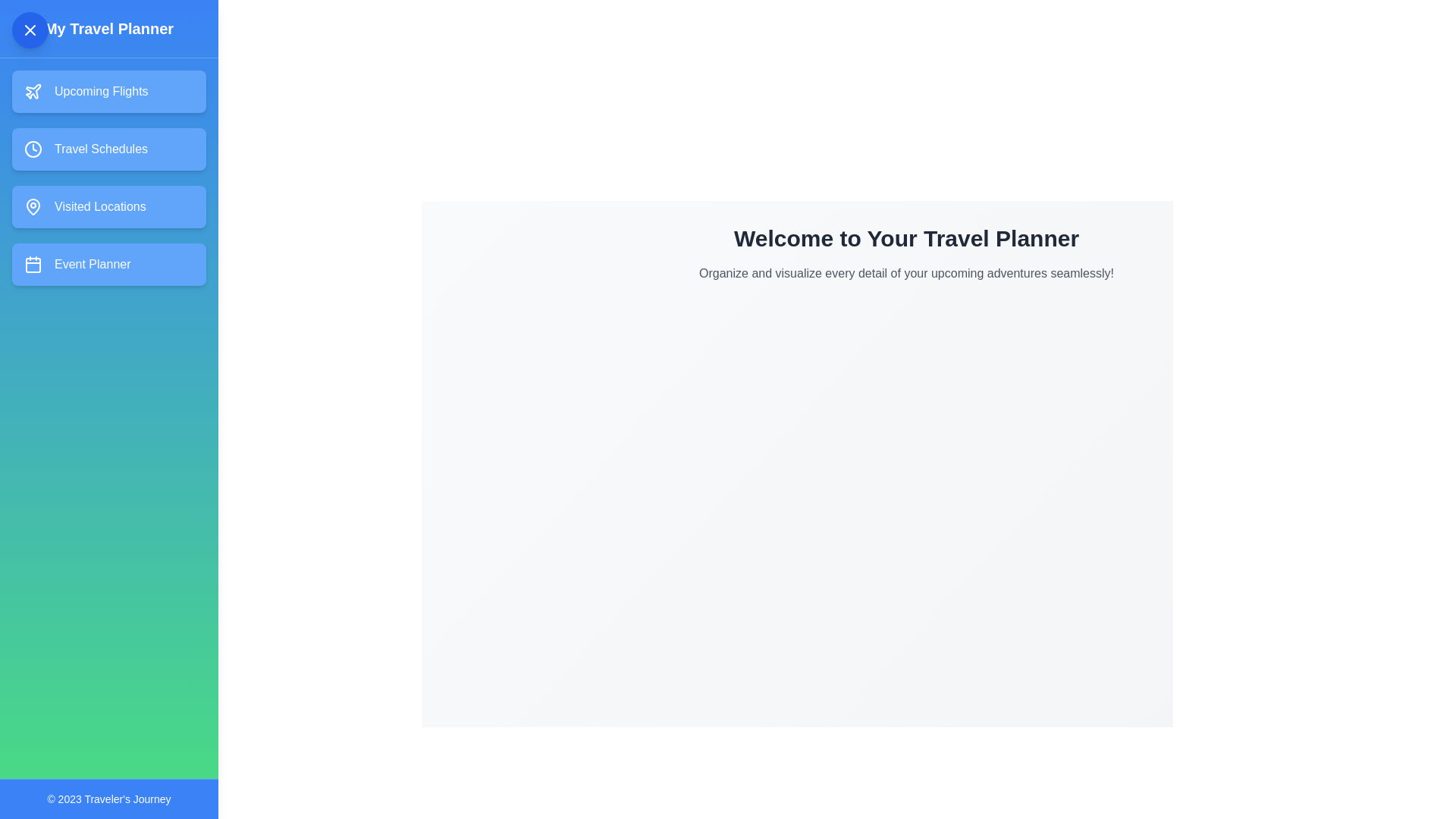 This screenshot has height=819, width=1456. I want to click on the 'Event Planner' button, which is a rectangular button with a blue background and a white calendar icon, located in the sidebar at the bottom of the list of buttons, so click(108, 263).